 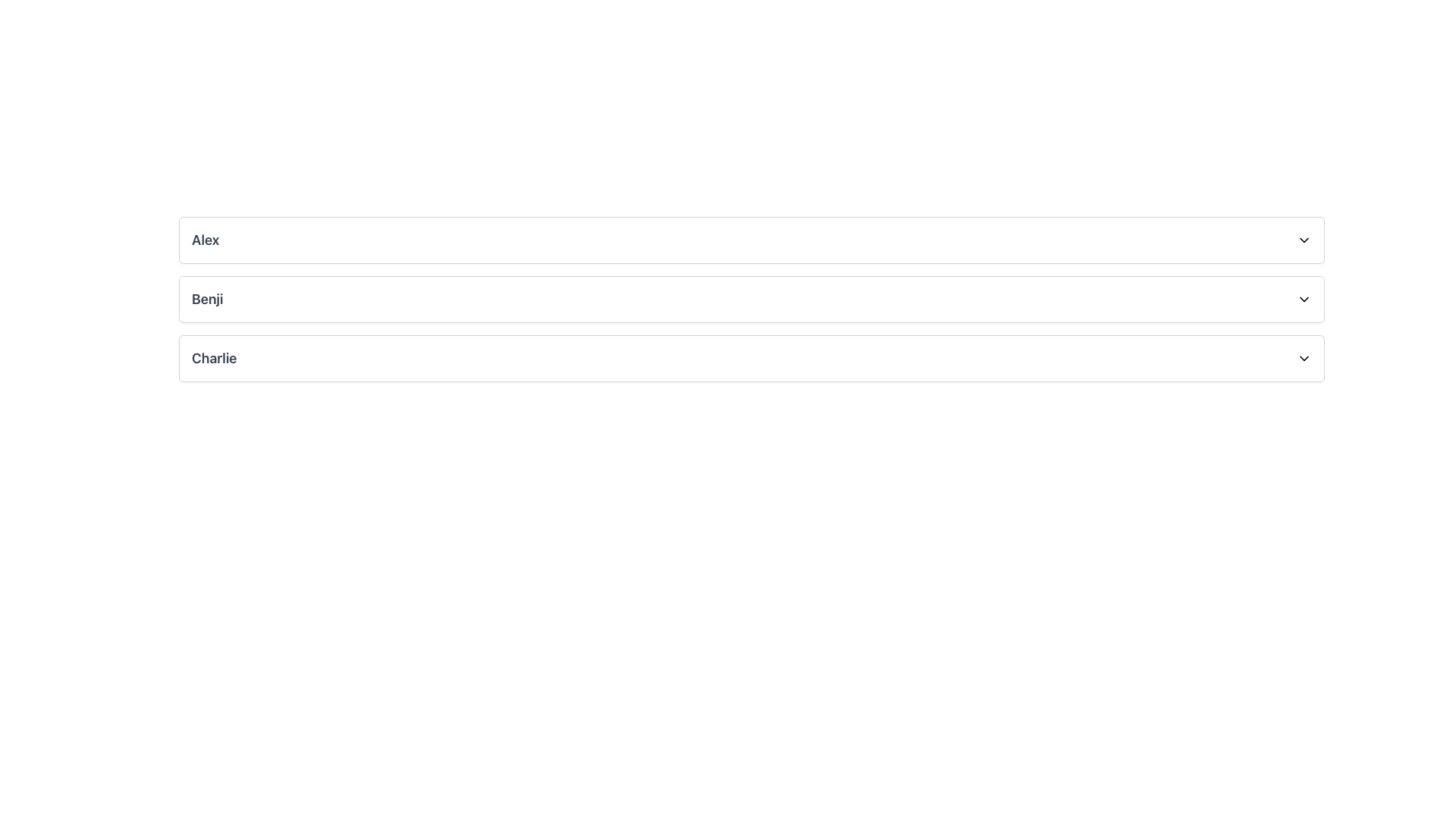 I want to click on the chevron icon located to the right of the text 'Alex', so click(x=1303, y=239).